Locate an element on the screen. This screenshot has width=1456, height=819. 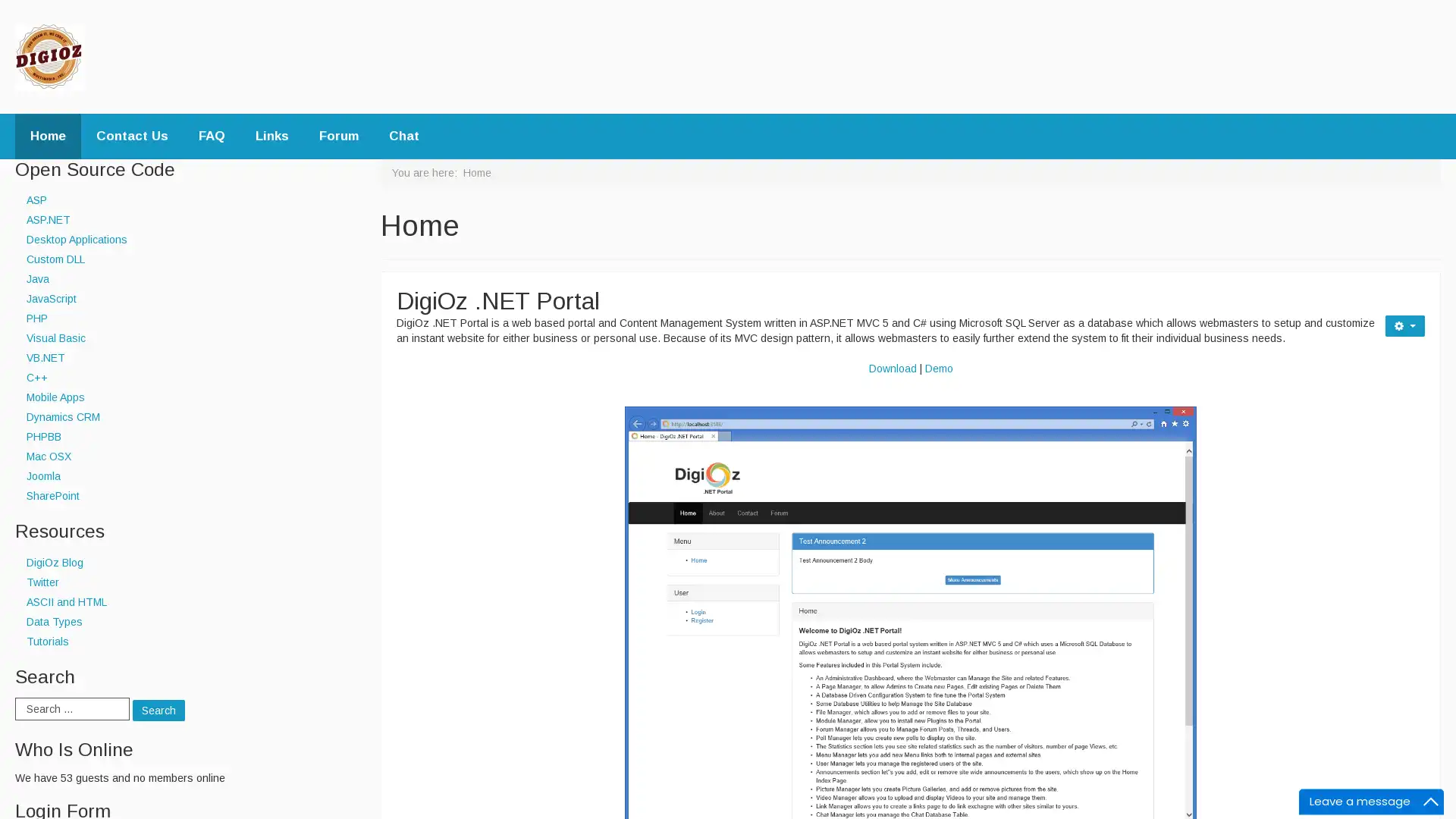
Search is located at coordinates (158, 711).